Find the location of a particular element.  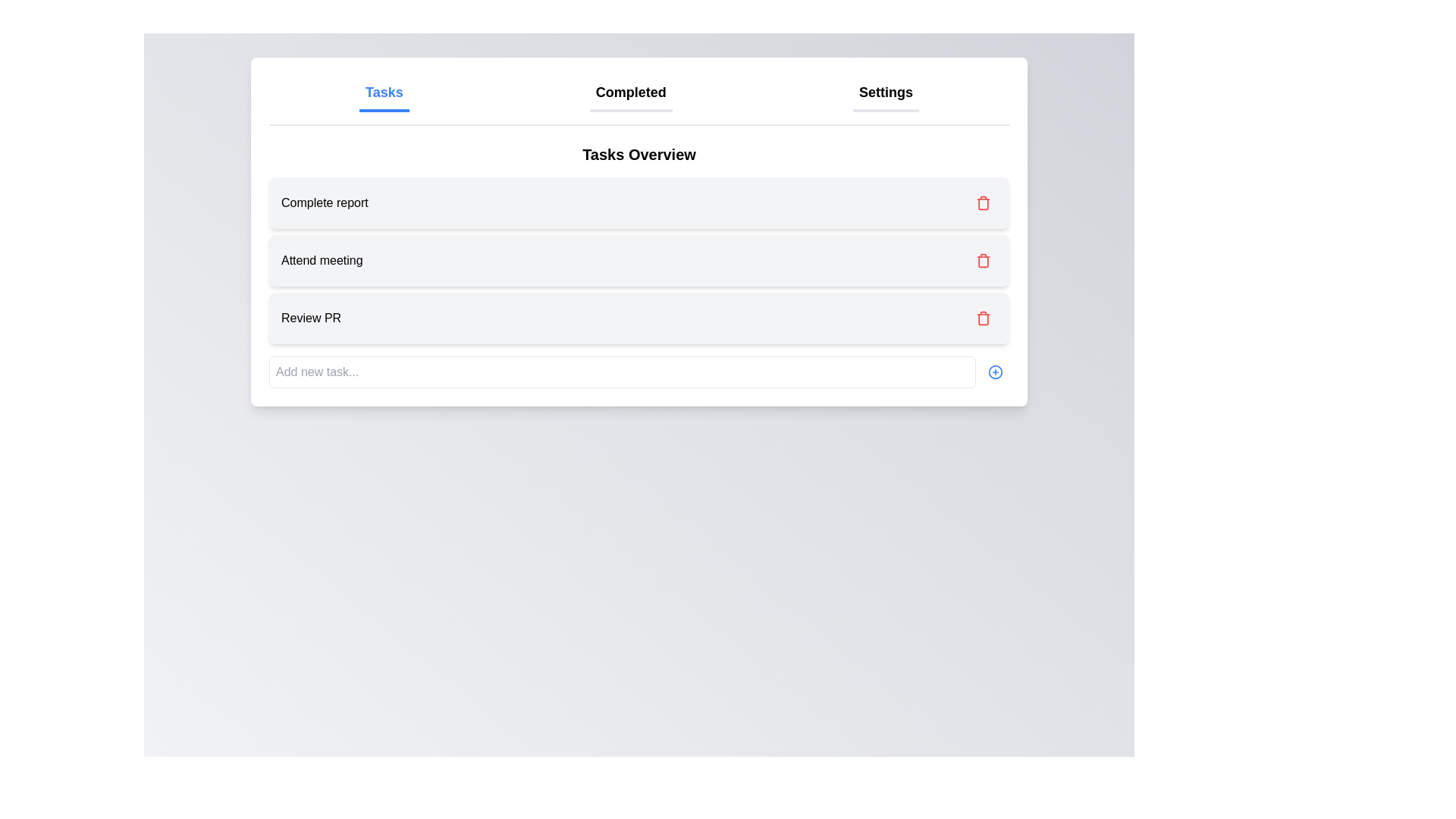

the task list item labeled 'Complete report' which has a delete button on the right side is located at coordinates (639, 202).